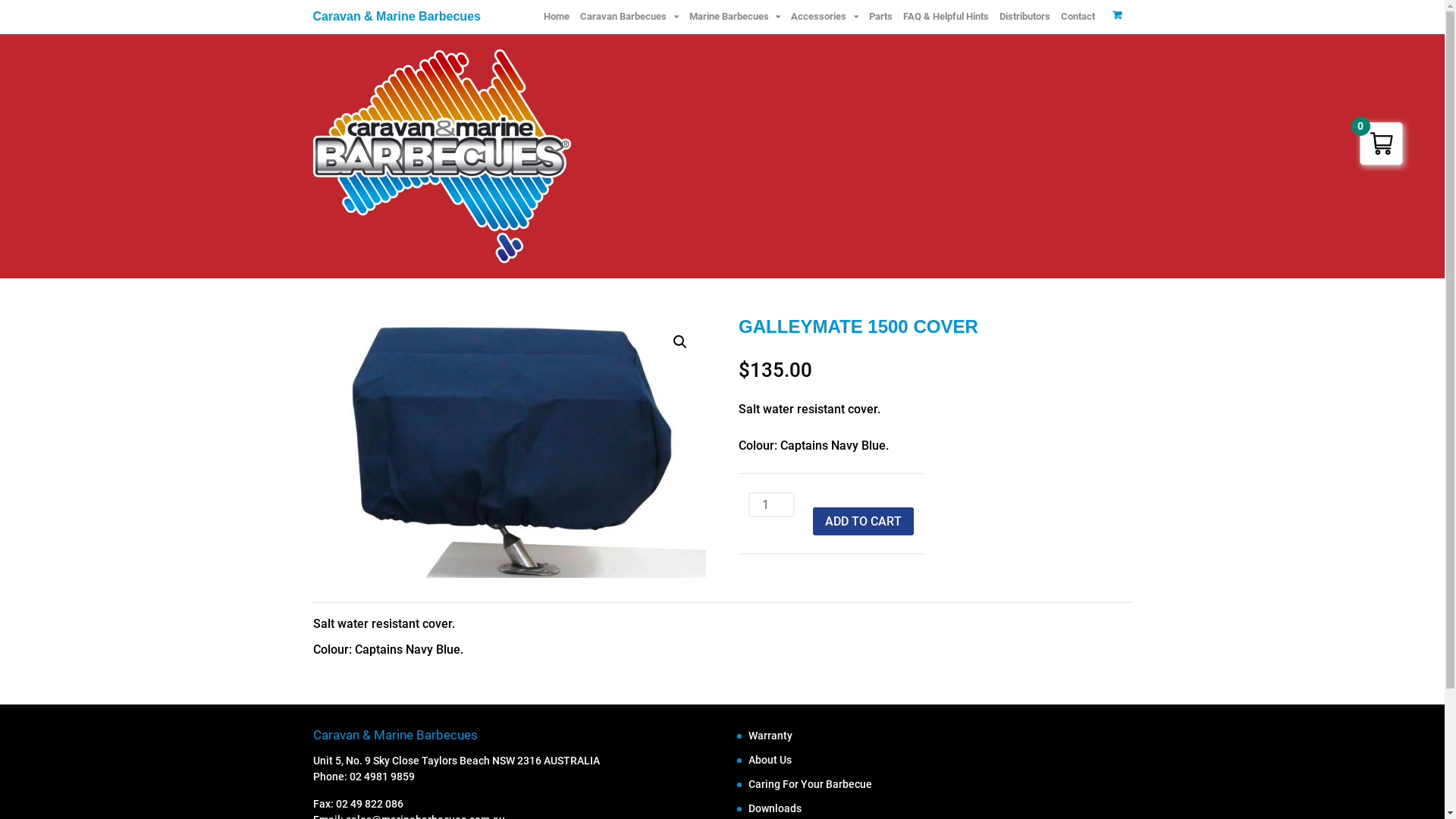 The image size is (1456, 819). Describe the element at coordinates (809, 783) in the screenshot. I see `'Caring For Your Barbecue'` at that location.